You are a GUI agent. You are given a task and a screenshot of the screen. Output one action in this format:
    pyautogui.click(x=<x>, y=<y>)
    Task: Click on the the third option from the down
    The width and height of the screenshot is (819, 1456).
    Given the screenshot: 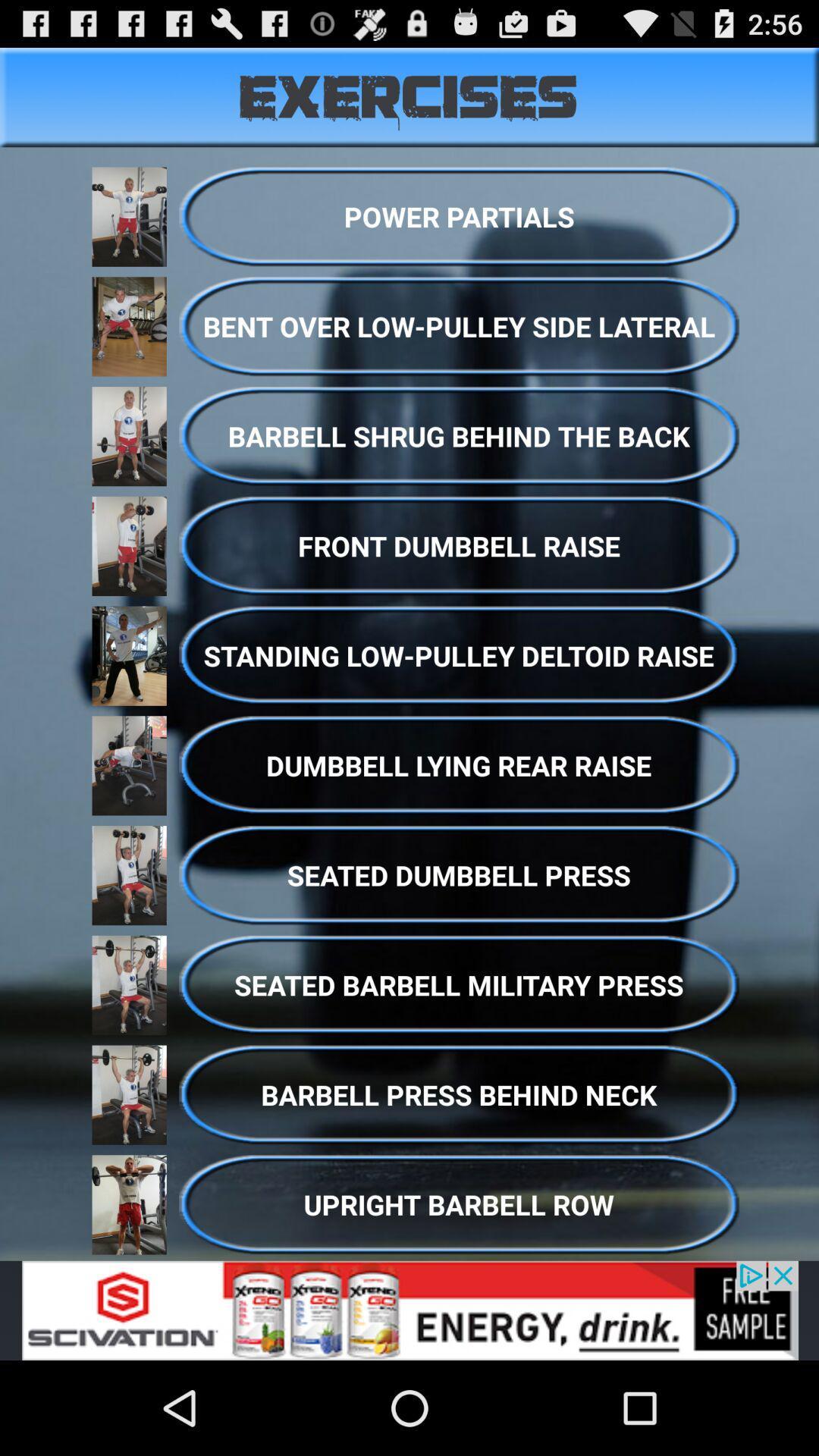 What is the action you would take?
    pyautogui.click(x=458, y=985)
    